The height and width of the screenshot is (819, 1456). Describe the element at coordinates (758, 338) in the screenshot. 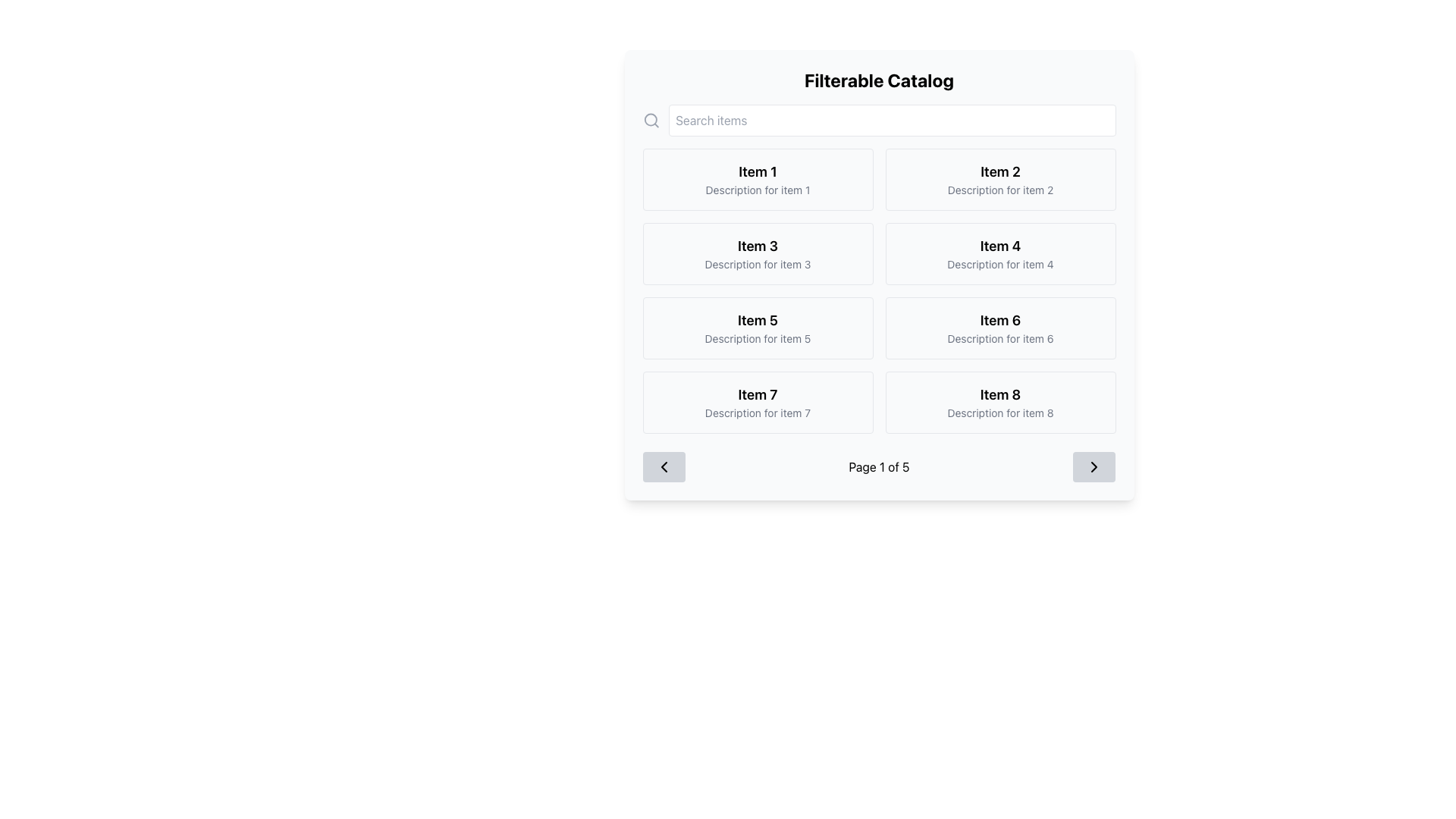

I see `the Text Label element styled with a smaller font and gray color, located beneath the bold title 'Item 5'` at that location.